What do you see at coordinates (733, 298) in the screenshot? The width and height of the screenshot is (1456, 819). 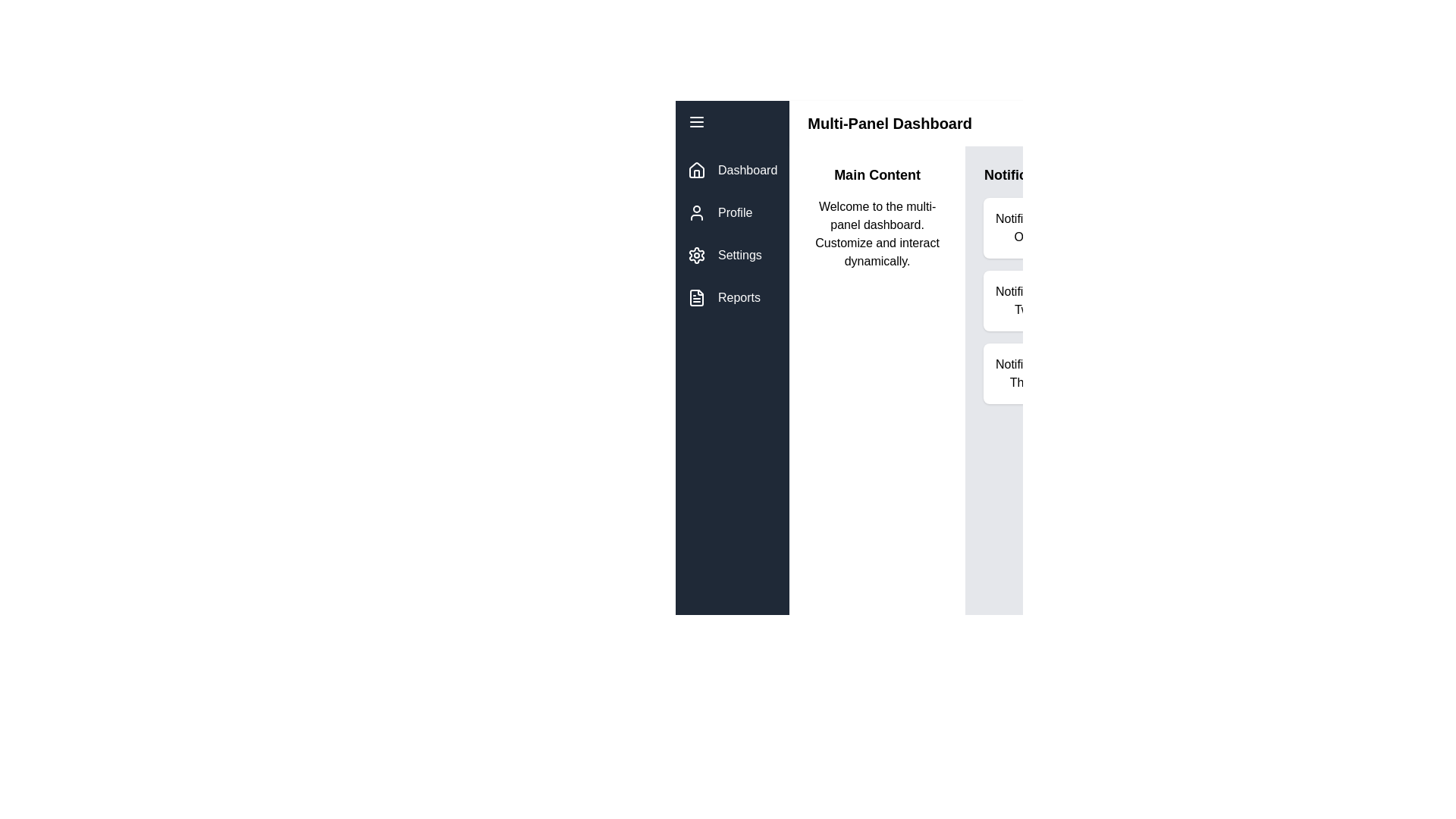 I see `the 'Reports' navigation menu item, which is the fourth item in the vertical list on the left side of the interface, characterized by a document icon and white text on a dark background` at bounding box center [733, 298].